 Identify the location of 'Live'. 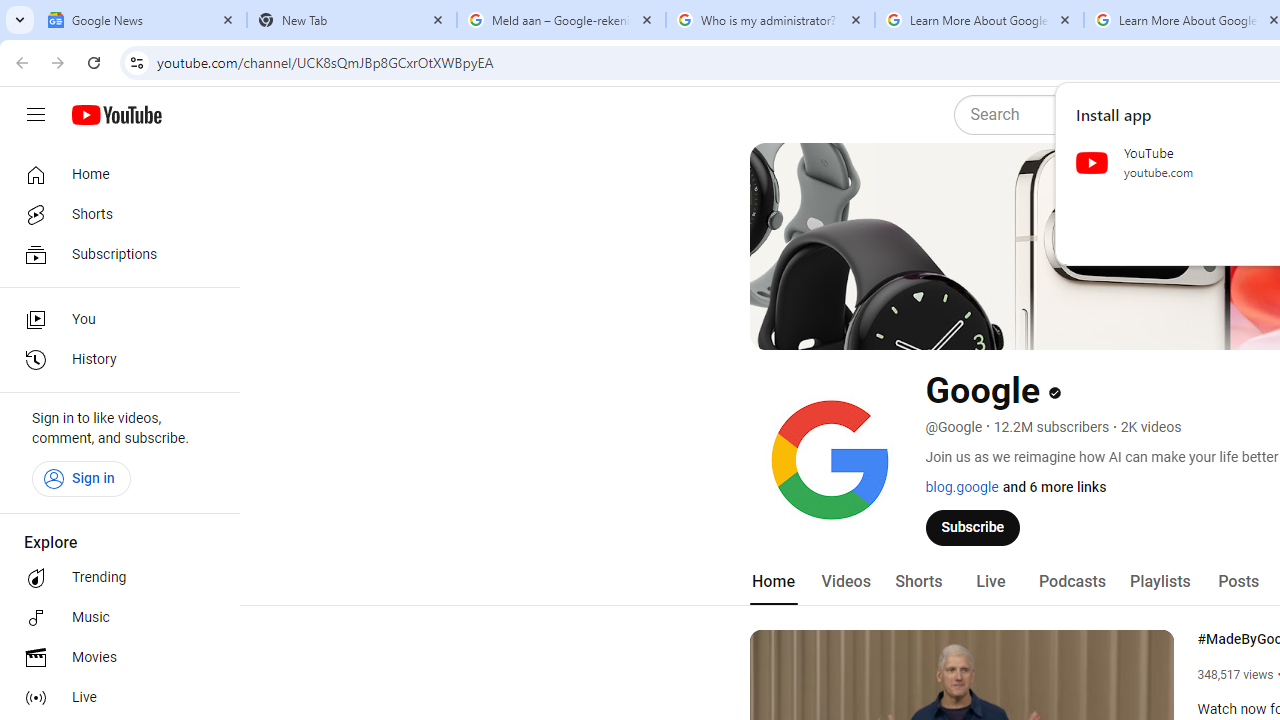
(112, 697).